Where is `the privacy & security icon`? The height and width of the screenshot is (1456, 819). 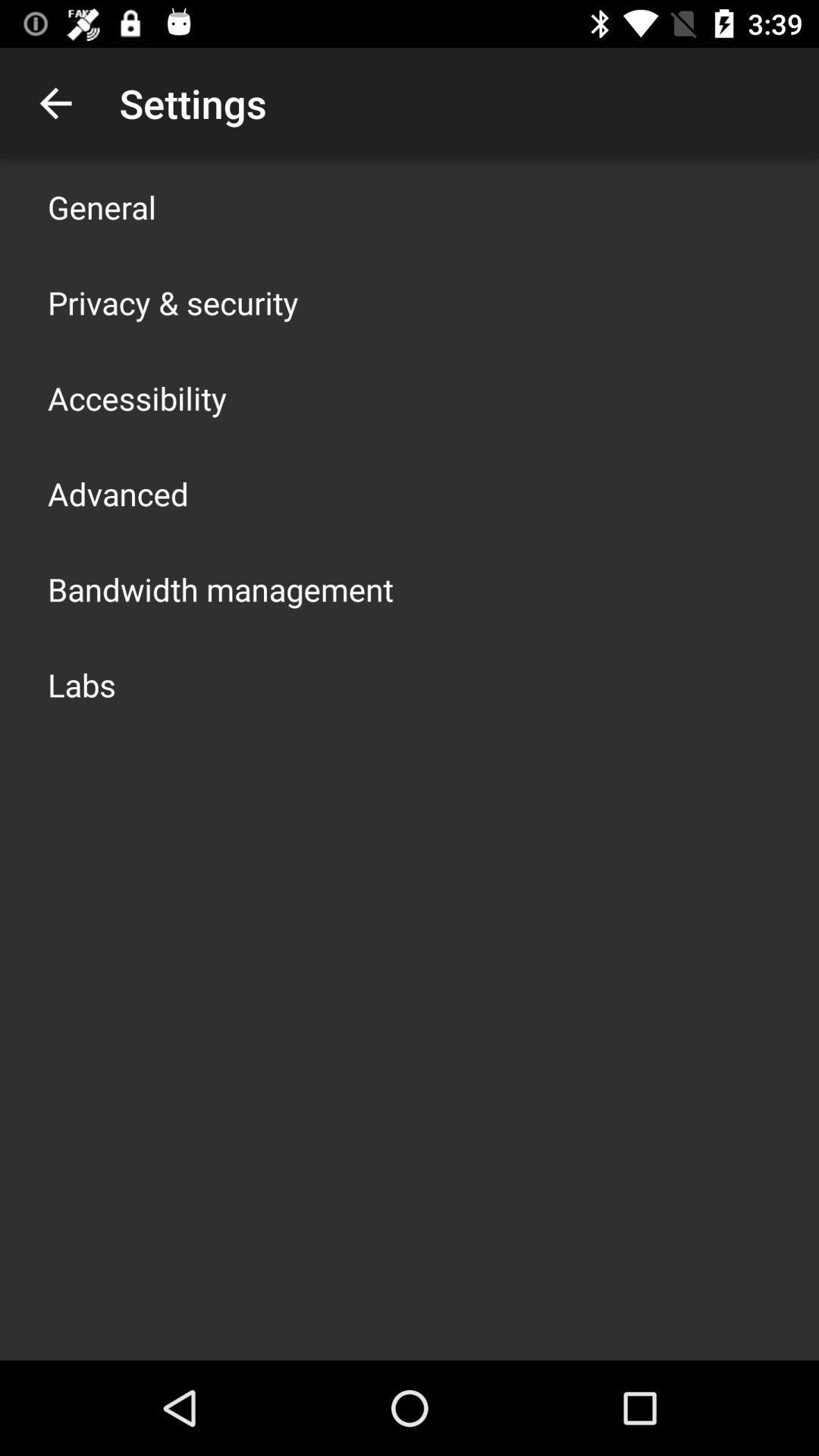 the privacy & security icon is located at coordinates (172, 302).